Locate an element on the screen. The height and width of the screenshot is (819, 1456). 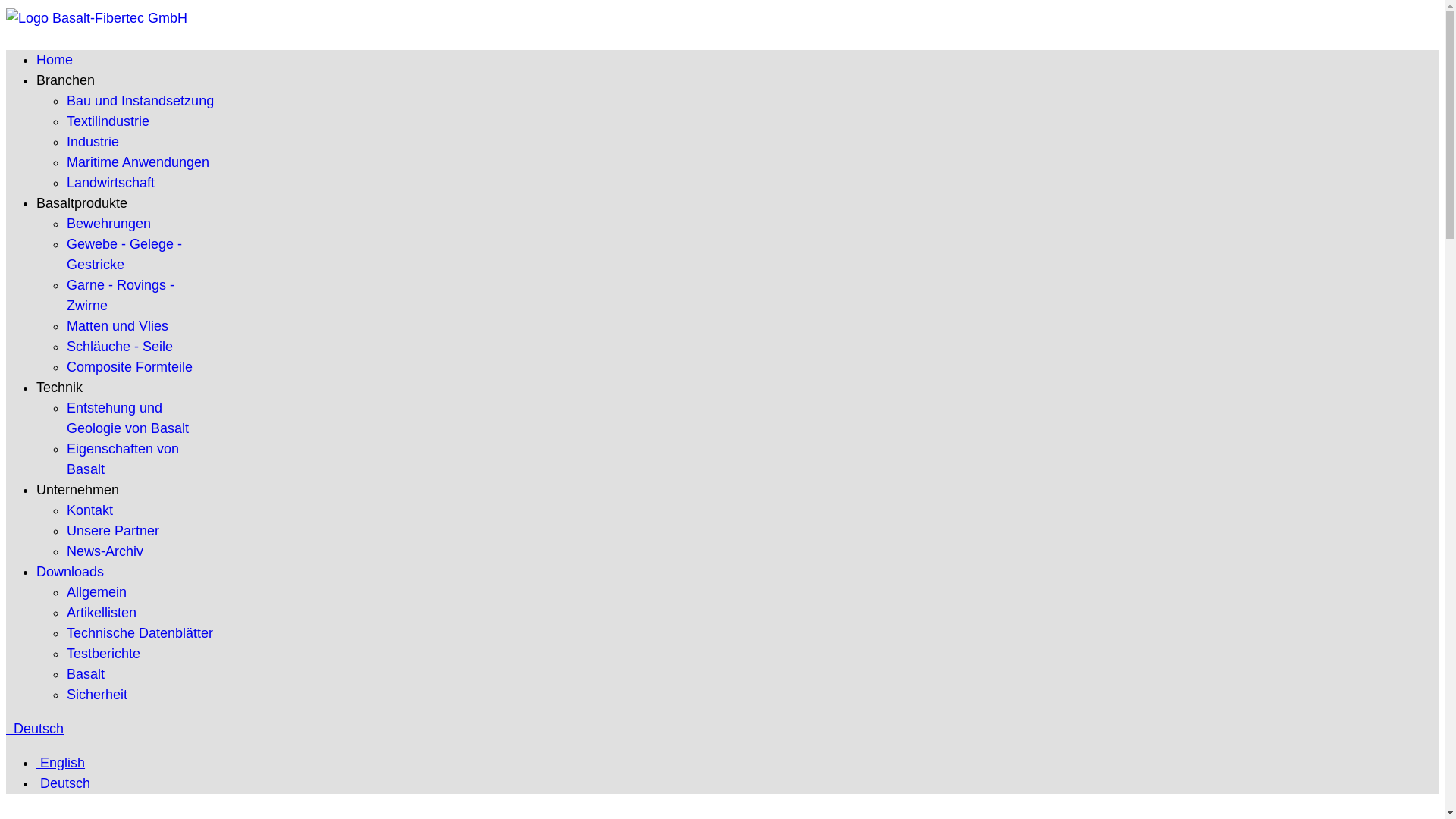
'Bau und Instandsetzung' is located at coordinates (65, 100).